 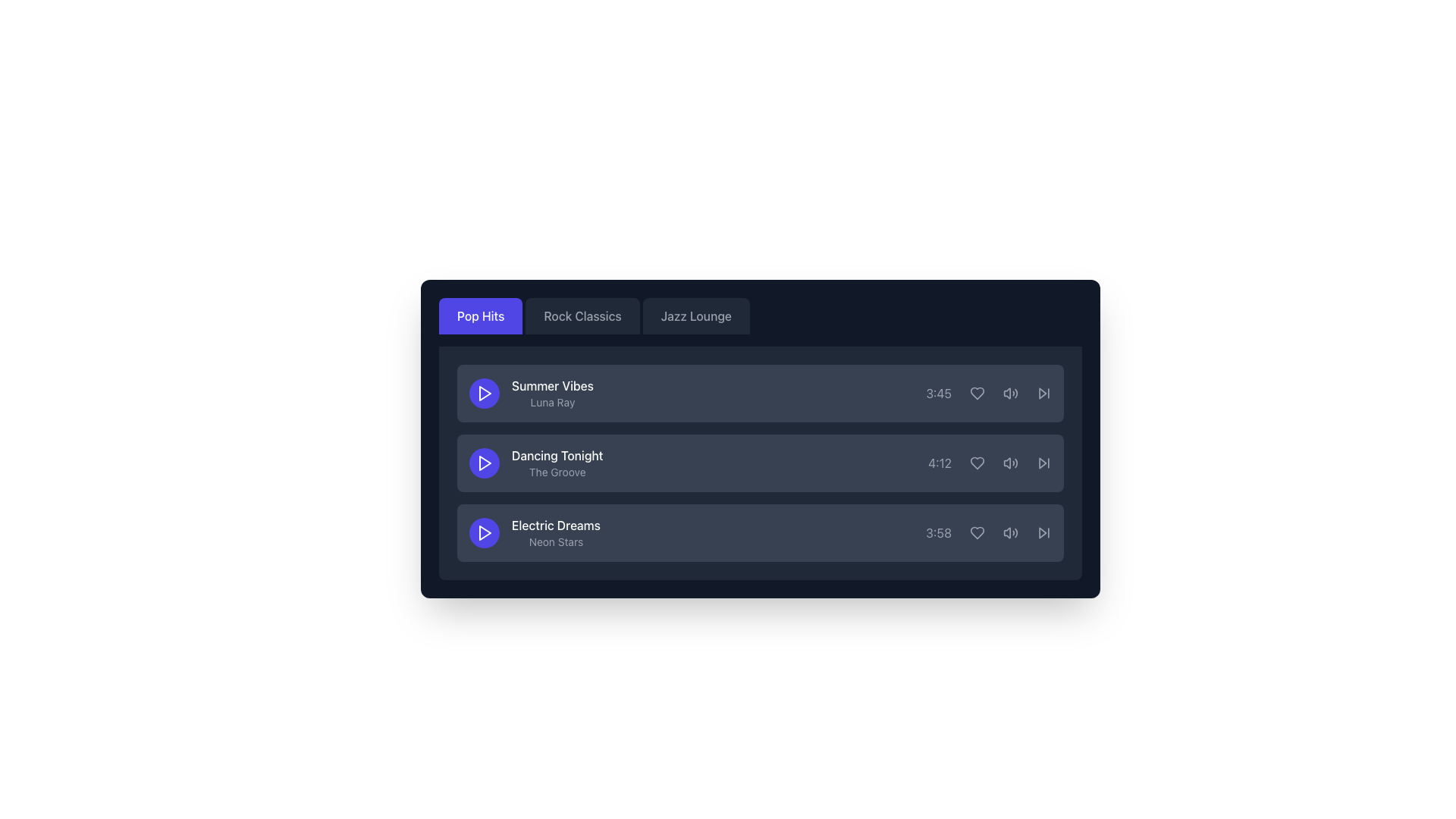 I want to click on the text display showing the song title and artist, located in the second row of the song list, between 'Summer Vibes' and 'Electric Dreams', so click(x=536, y=462).